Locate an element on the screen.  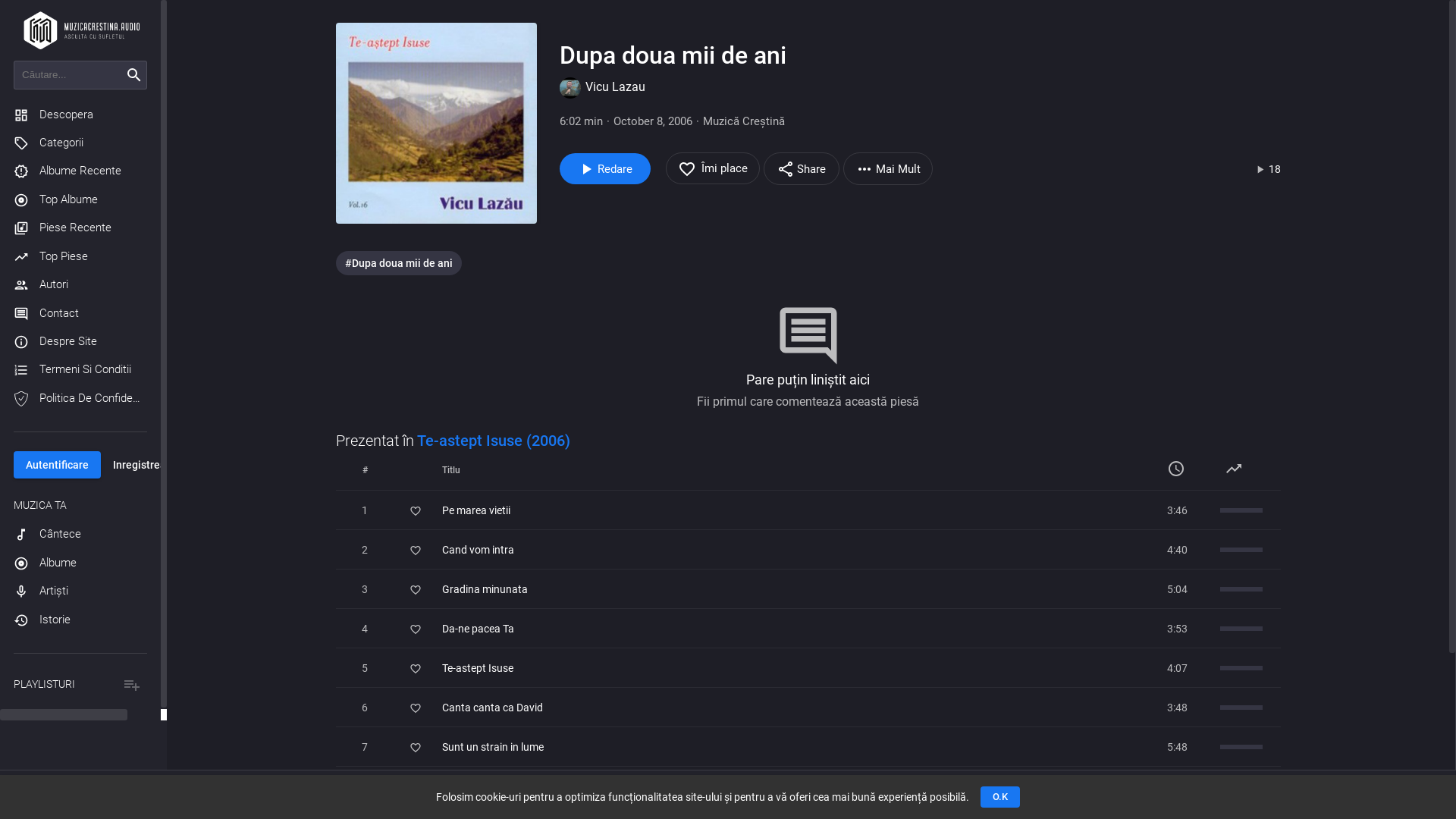
'O.K' is located at coordinates (1000, 795).